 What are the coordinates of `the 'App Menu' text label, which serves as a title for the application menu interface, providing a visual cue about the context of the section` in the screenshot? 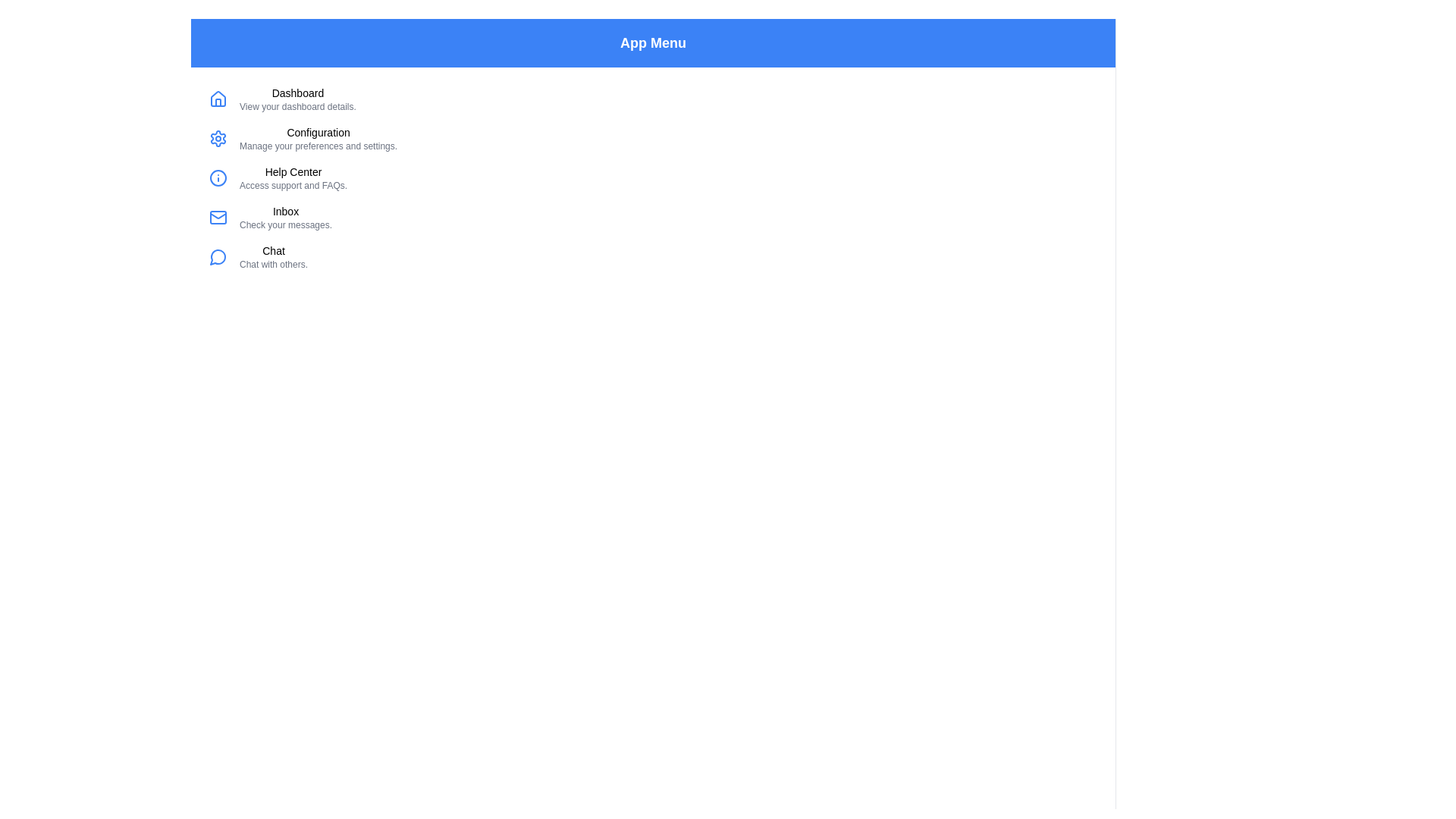 It's located at (653, 42).